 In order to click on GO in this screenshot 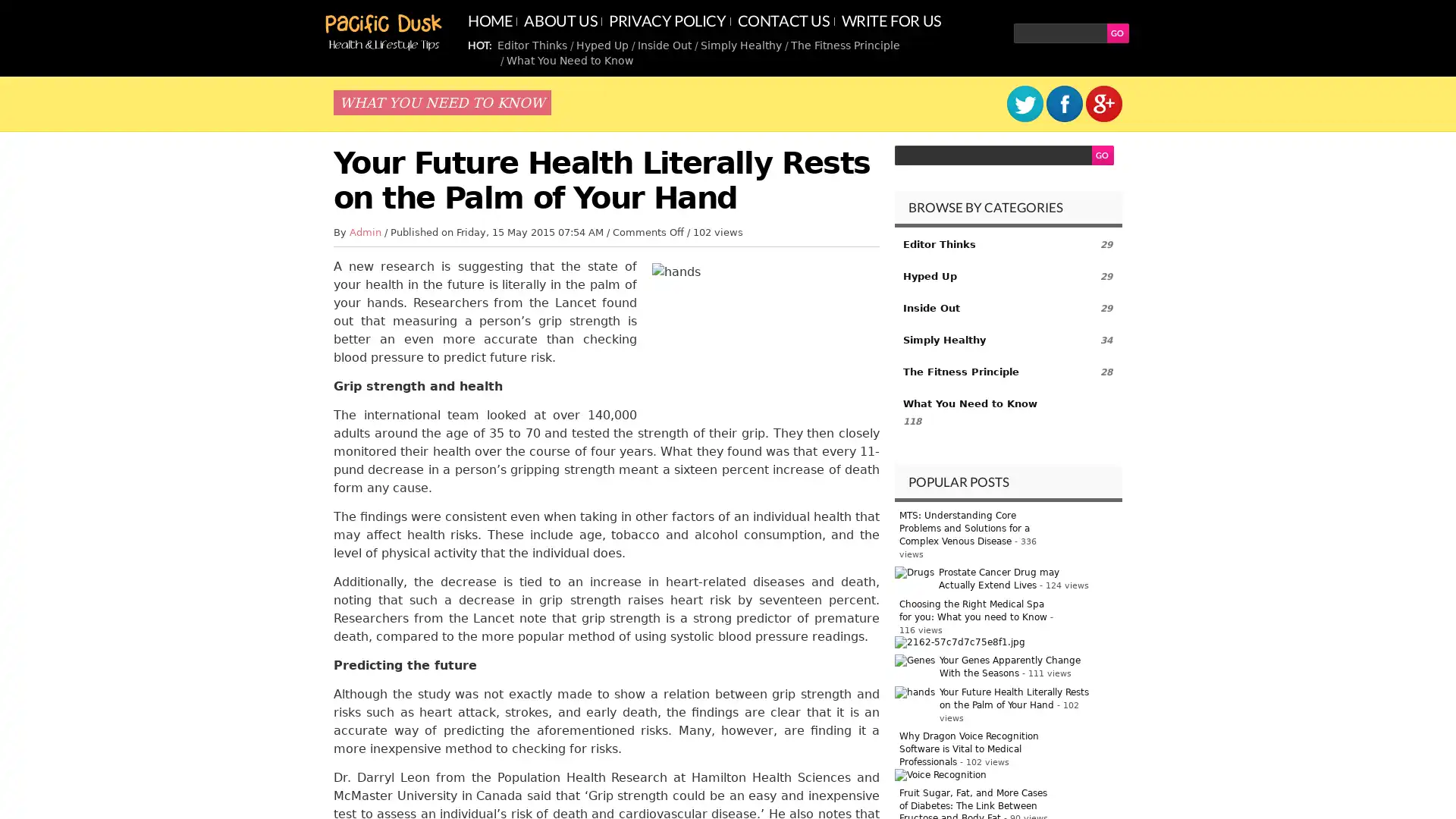, I will do `click(1118, 33)`.